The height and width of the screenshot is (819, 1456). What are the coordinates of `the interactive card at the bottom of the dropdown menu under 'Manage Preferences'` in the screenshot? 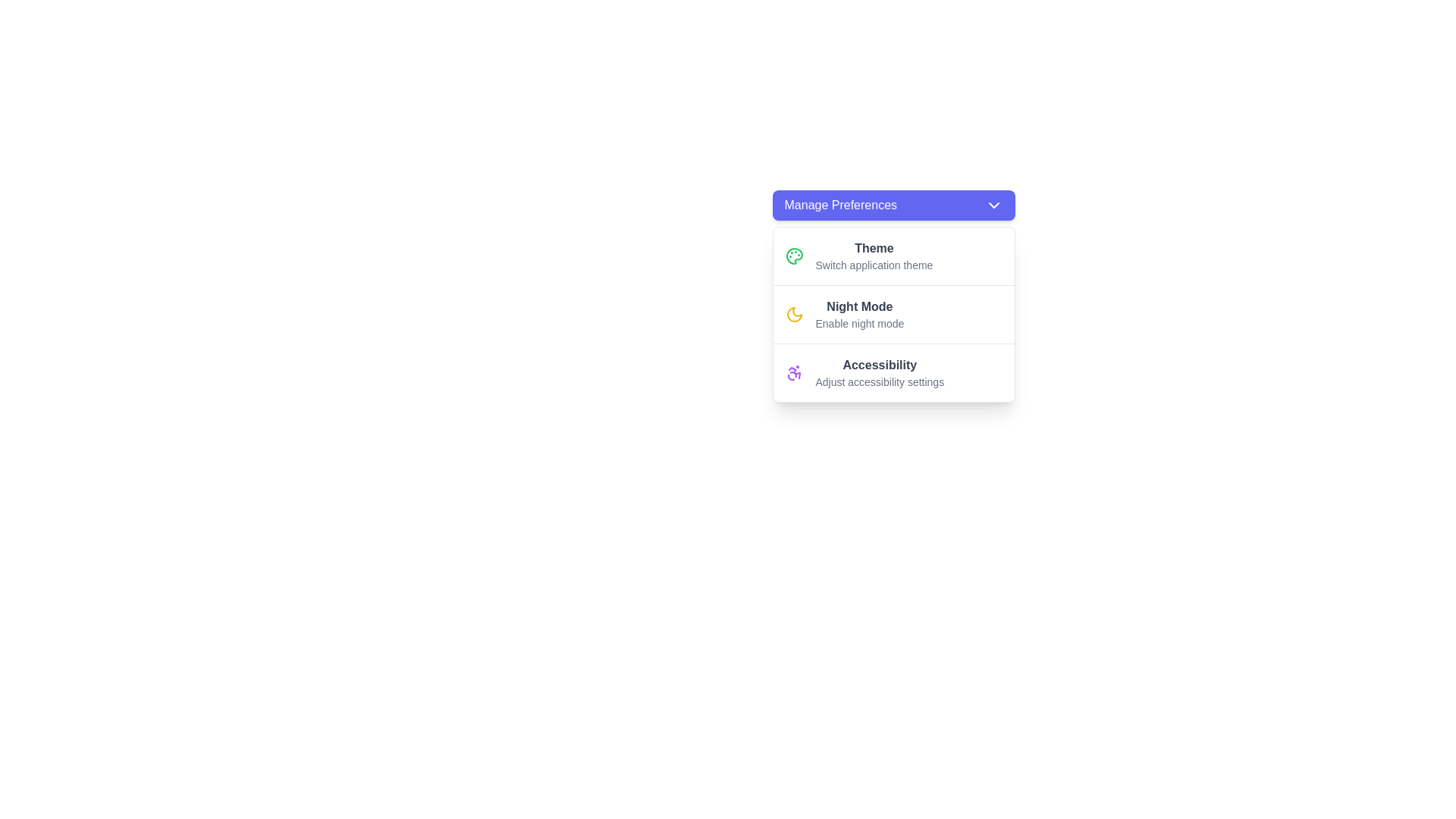 It's located at (893, 372).